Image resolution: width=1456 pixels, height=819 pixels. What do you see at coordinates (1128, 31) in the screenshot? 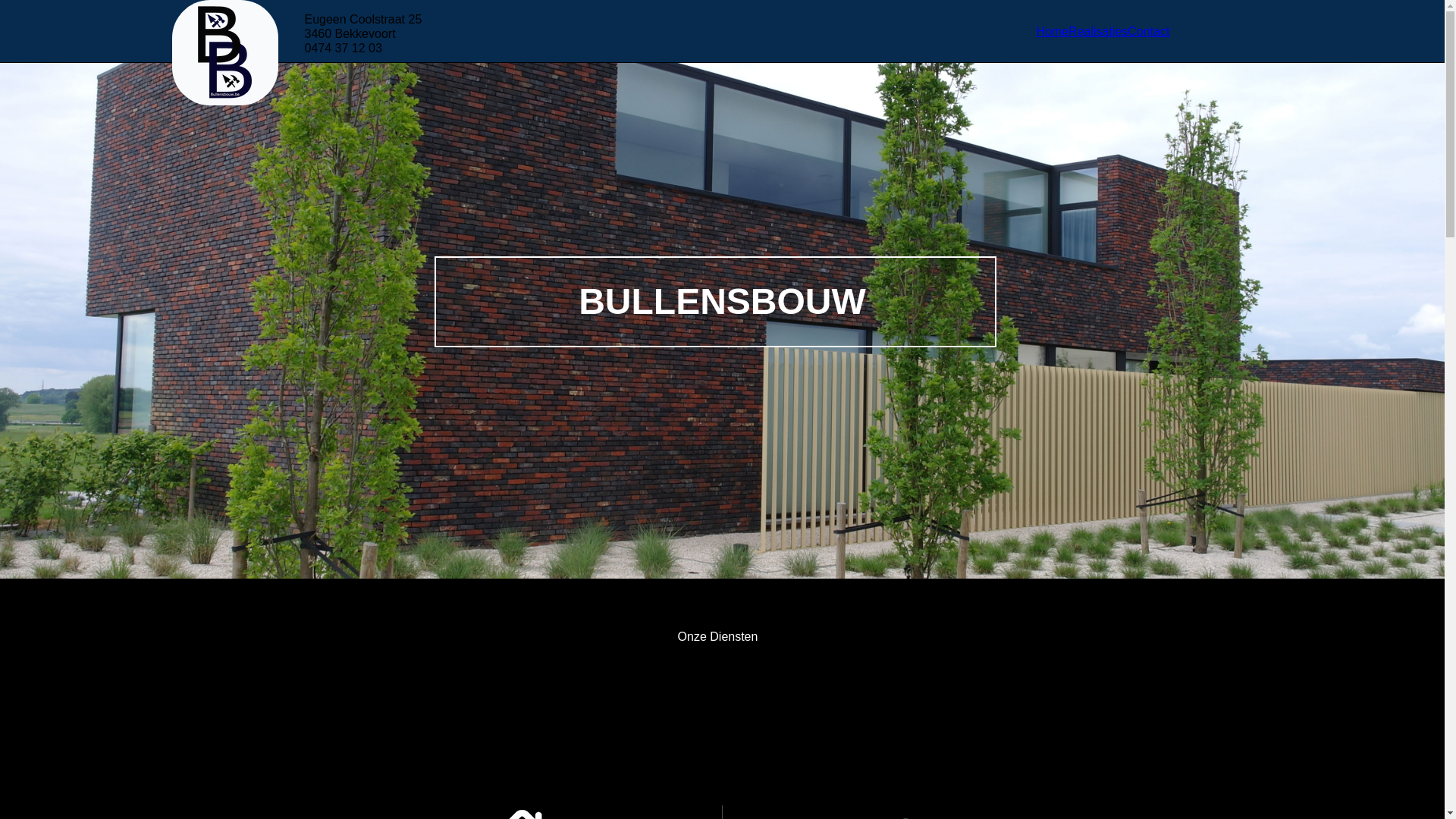
I see `'Contact'` at bounding box center [1128, 31].